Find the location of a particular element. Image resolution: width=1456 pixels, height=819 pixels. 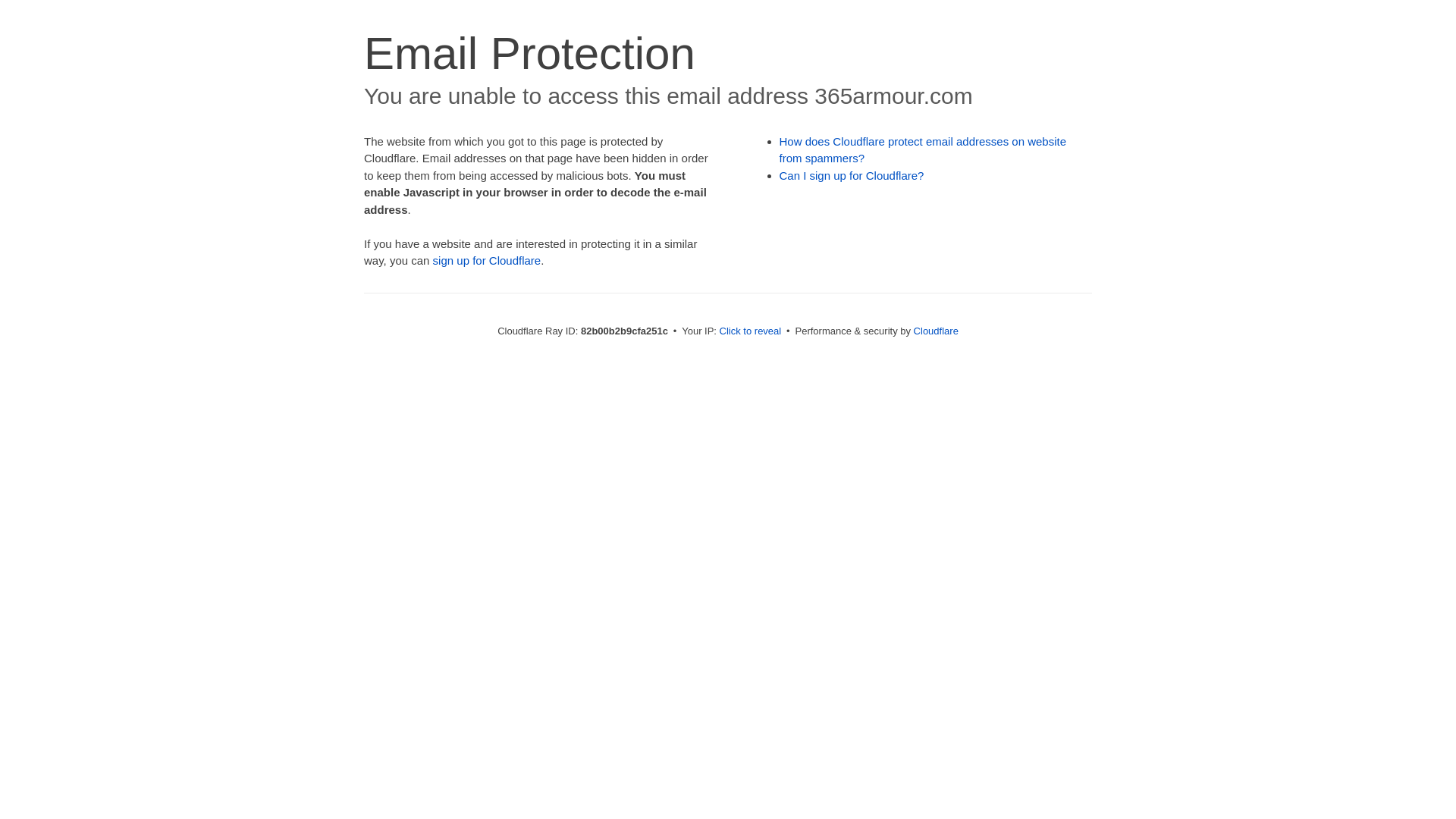

'Click to reveal' is located at coordinates (750, 330).